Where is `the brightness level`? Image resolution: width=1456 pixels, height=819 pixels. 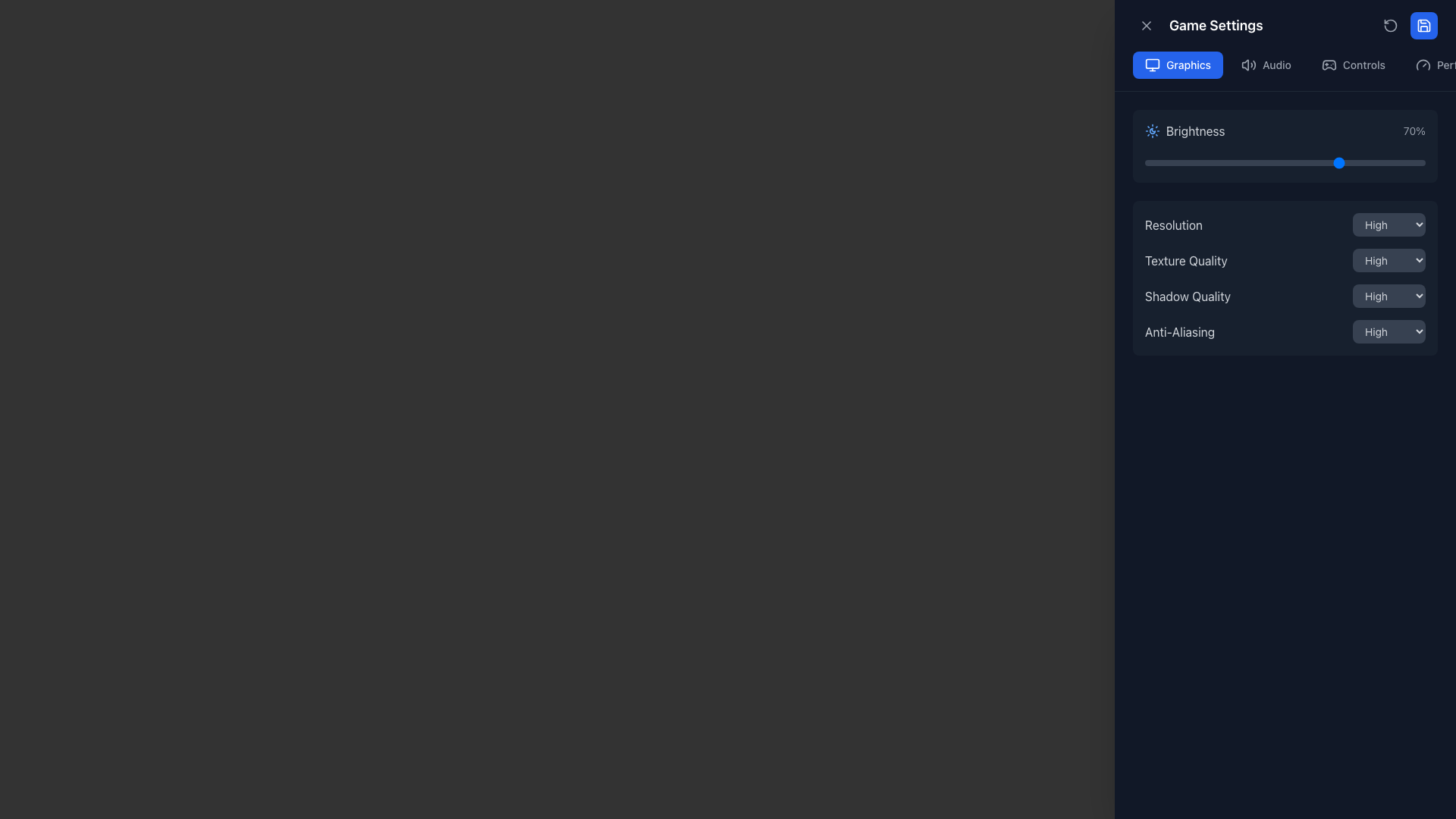
the brightness level is located at coordinates (1172, 163).